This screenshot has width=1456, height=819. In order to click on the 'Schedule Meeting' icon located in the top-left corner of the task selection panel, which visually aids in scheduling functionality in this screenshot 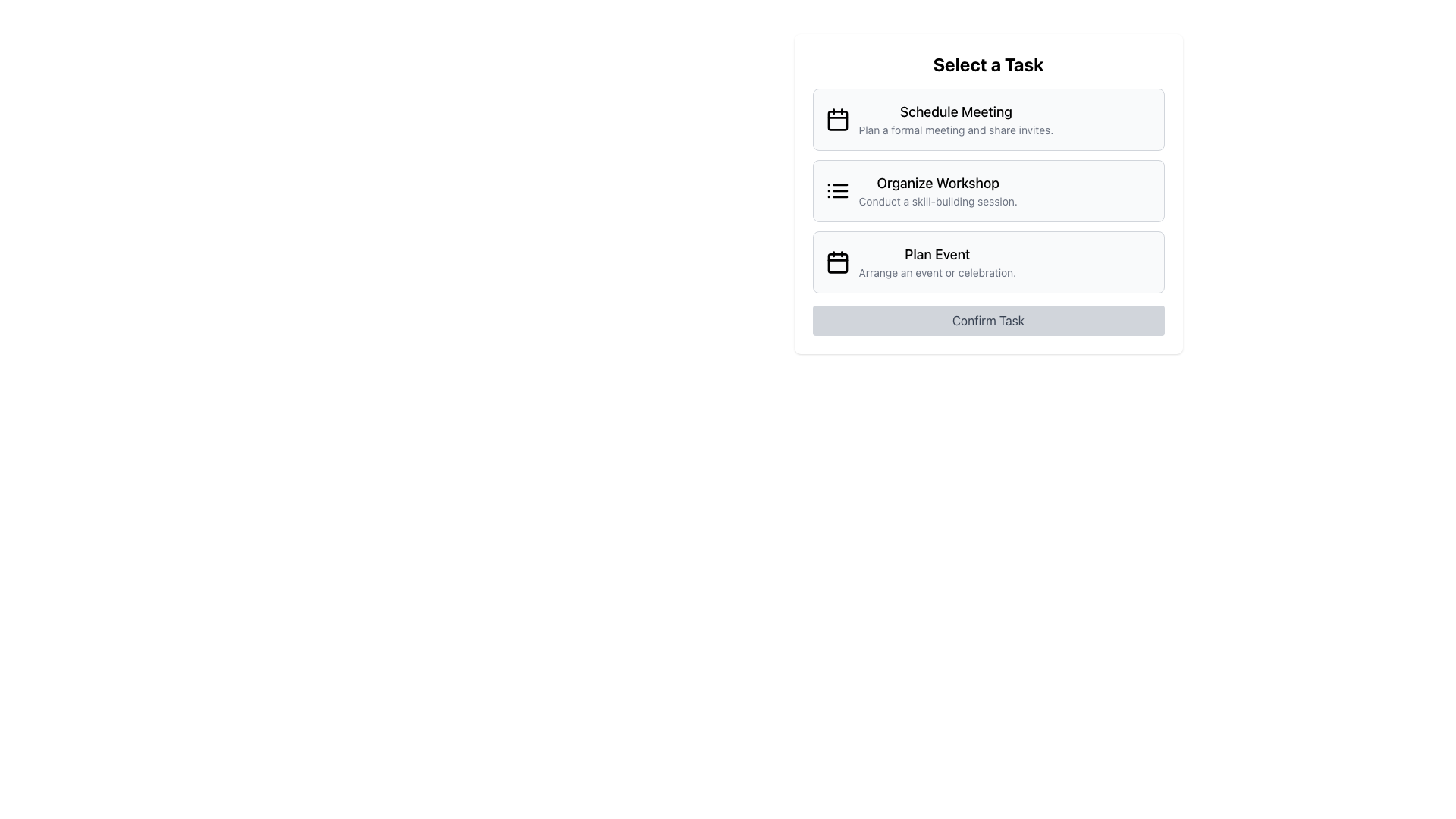, I will do `click(836, 119)`.